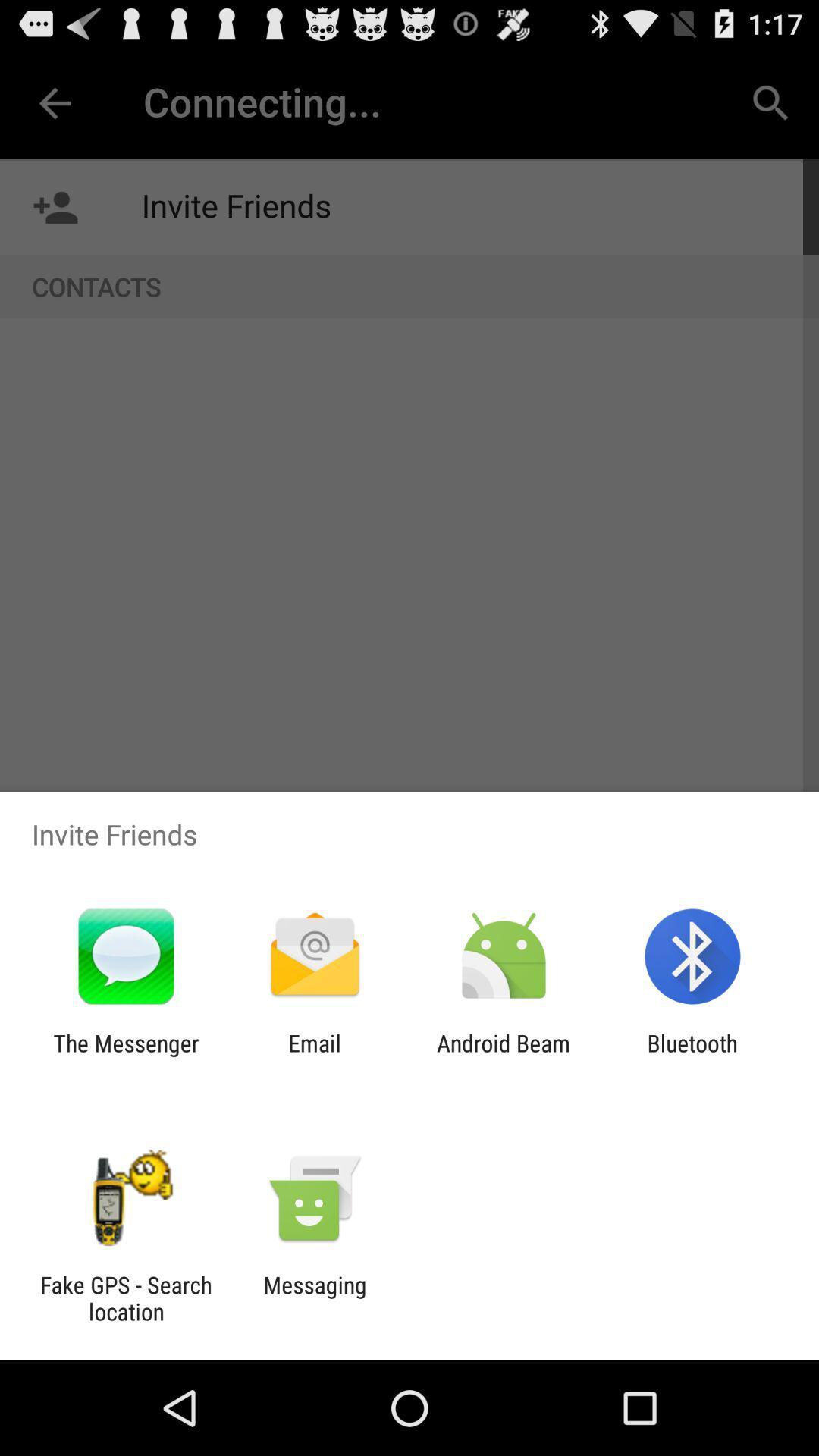 The width and height of the screenshot is (819, 1456). Describe the element at coordinates (692, 1056) in the screenshot. I see `bluetooth item` at that location.